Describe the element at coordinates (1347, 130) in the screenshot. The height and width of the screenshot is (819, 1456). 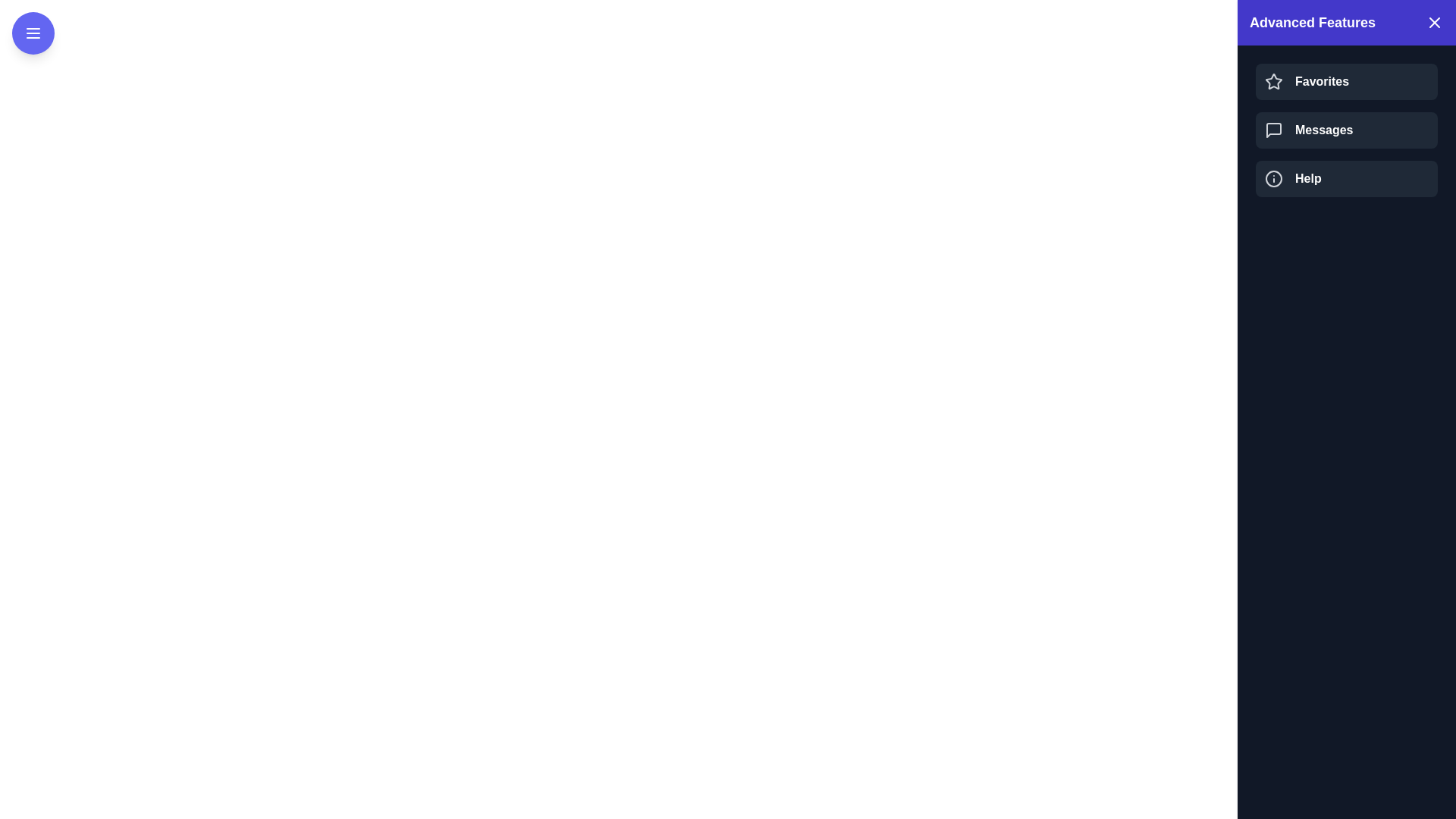
I see `the item Messages in the drawer to highlight it` at that location.